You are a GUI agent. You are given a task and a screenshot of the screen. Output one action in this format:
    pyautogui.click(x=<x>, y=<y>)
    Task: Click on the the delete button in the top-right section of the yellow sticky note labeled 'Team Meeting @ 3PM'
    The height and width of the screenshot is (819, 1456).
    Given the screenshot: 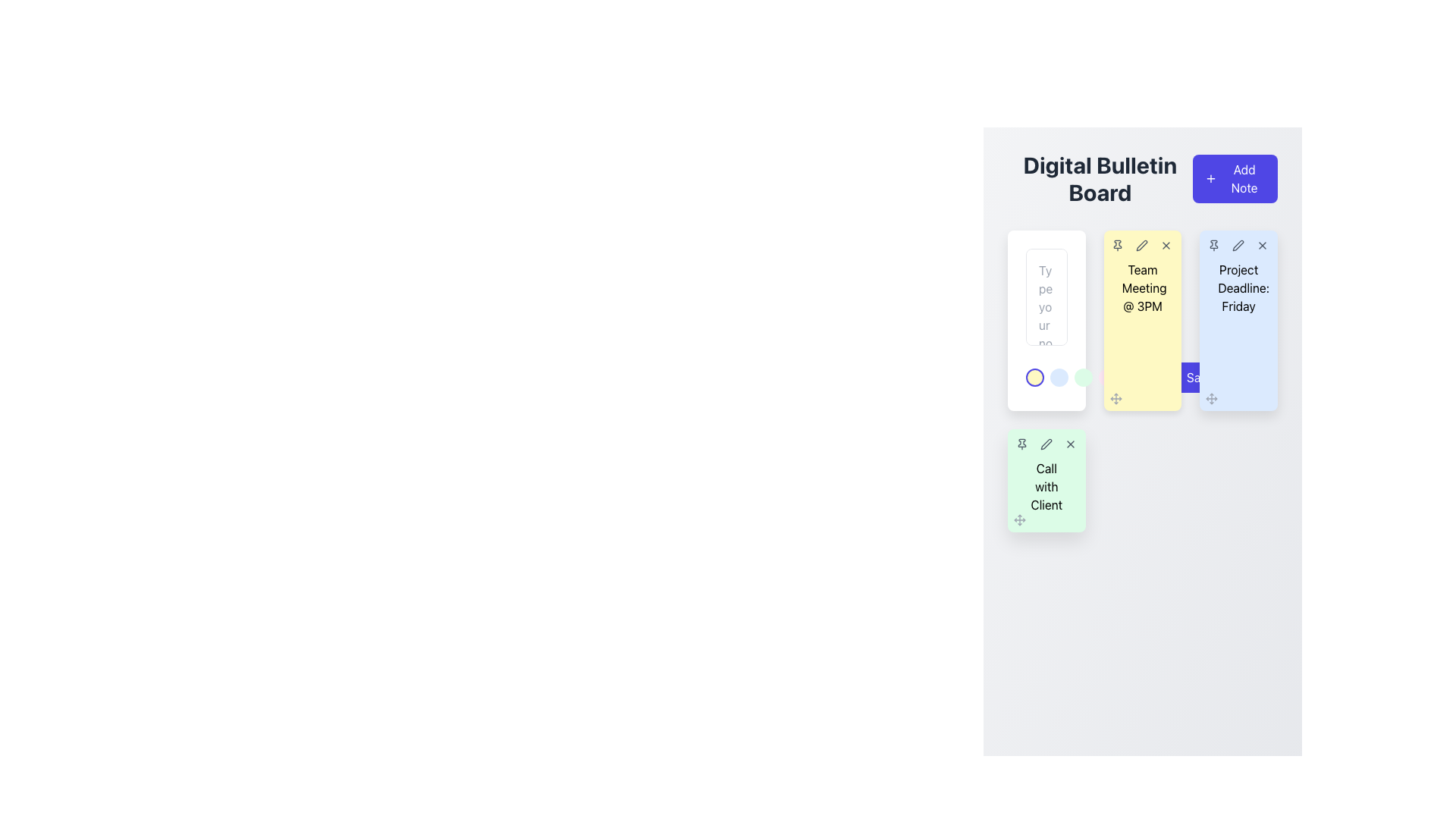 What is the action you would take?
    pyautogui.click(x=1166, y=245)
    